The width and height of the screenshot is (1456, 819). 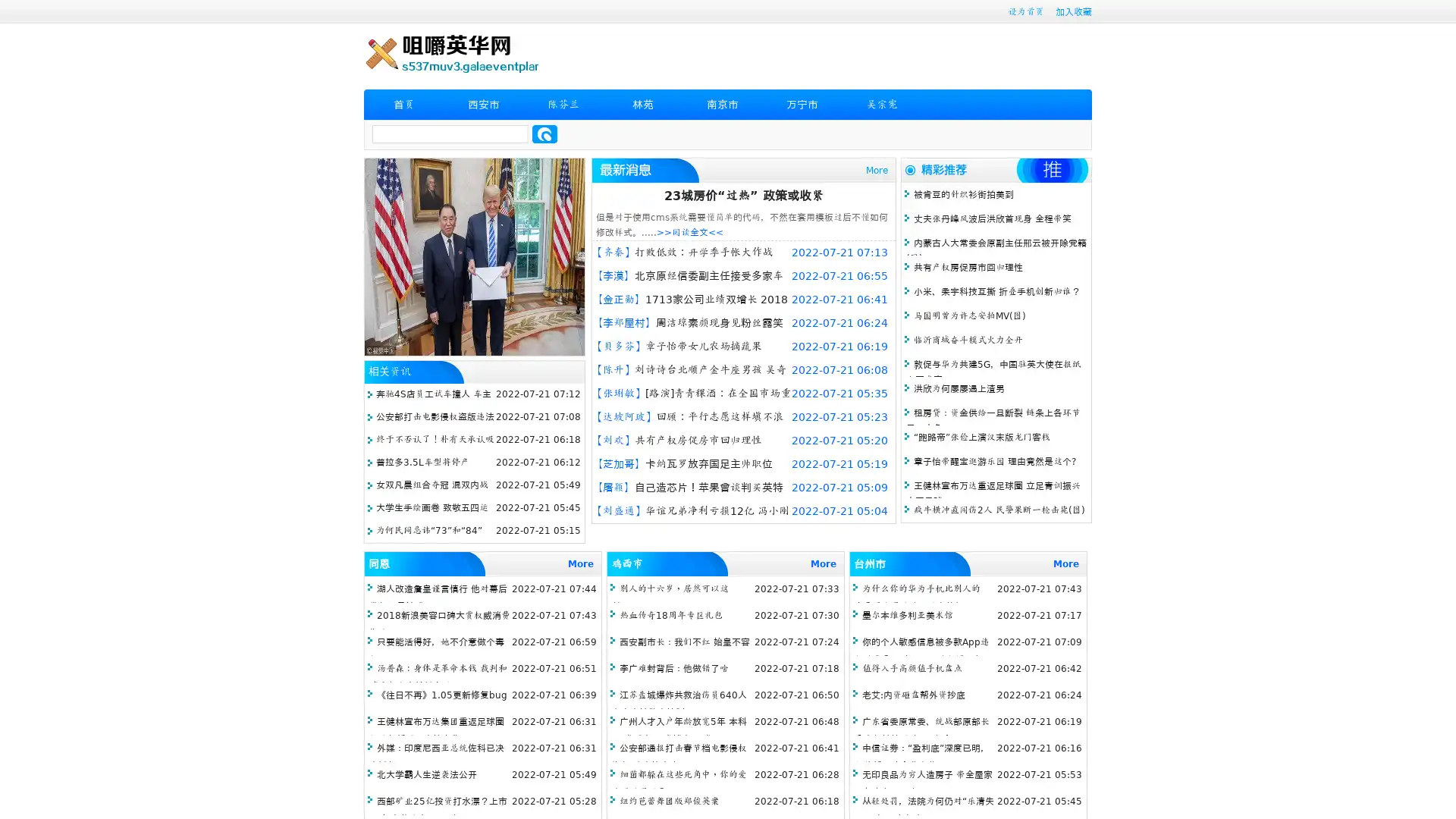 What do you see at coordinates (544, 133) in the screenshot?
I see `Search` at bounding box center [544, 133].